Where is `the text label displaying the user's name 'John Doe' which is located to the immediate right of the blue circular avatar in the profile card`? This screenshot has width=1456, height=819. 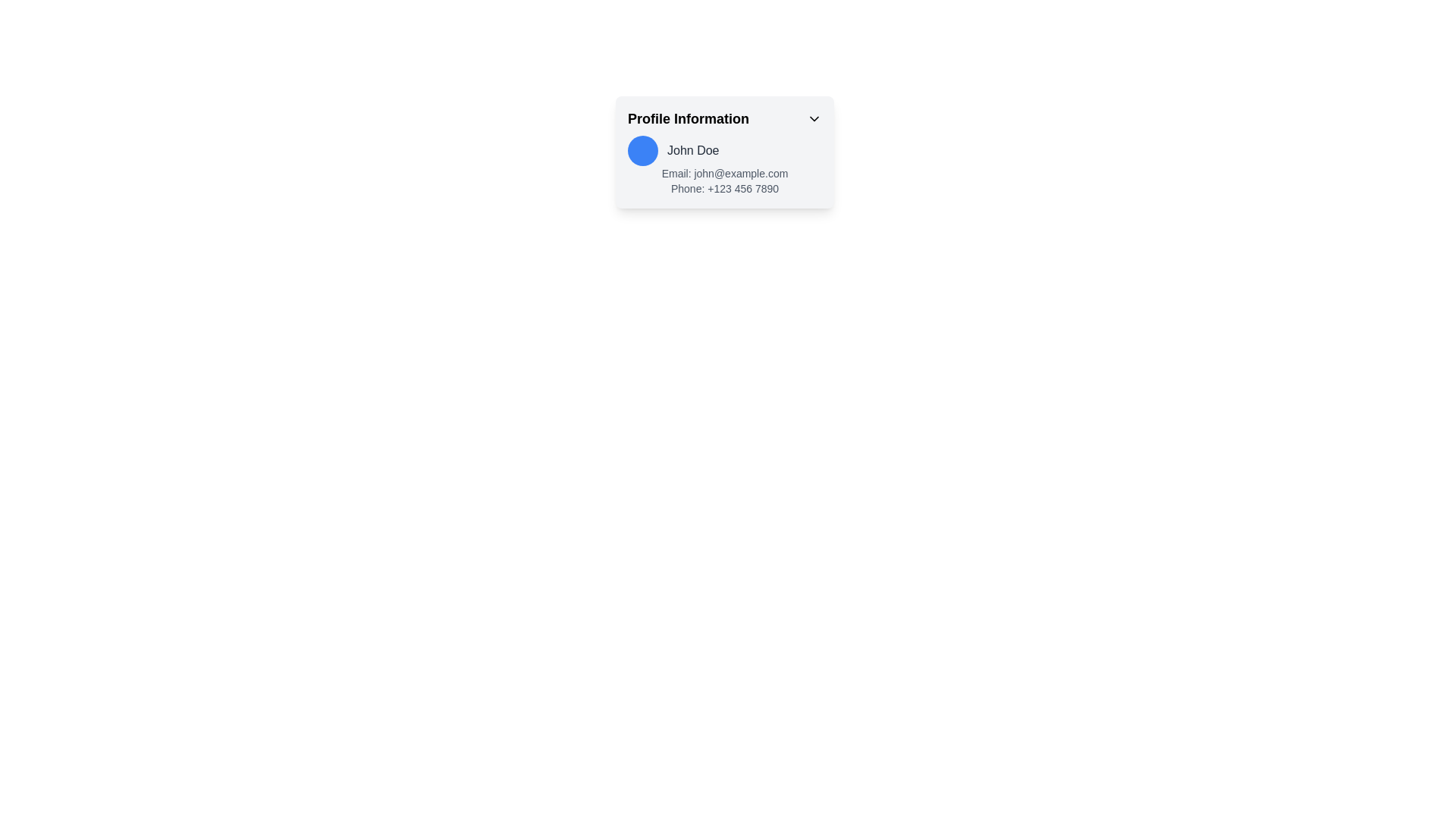 the text label displaying the user's name 'John Doe' which is located to the immediate right of the blue circular avatar in the profile card is located at coordinates (692, 151).